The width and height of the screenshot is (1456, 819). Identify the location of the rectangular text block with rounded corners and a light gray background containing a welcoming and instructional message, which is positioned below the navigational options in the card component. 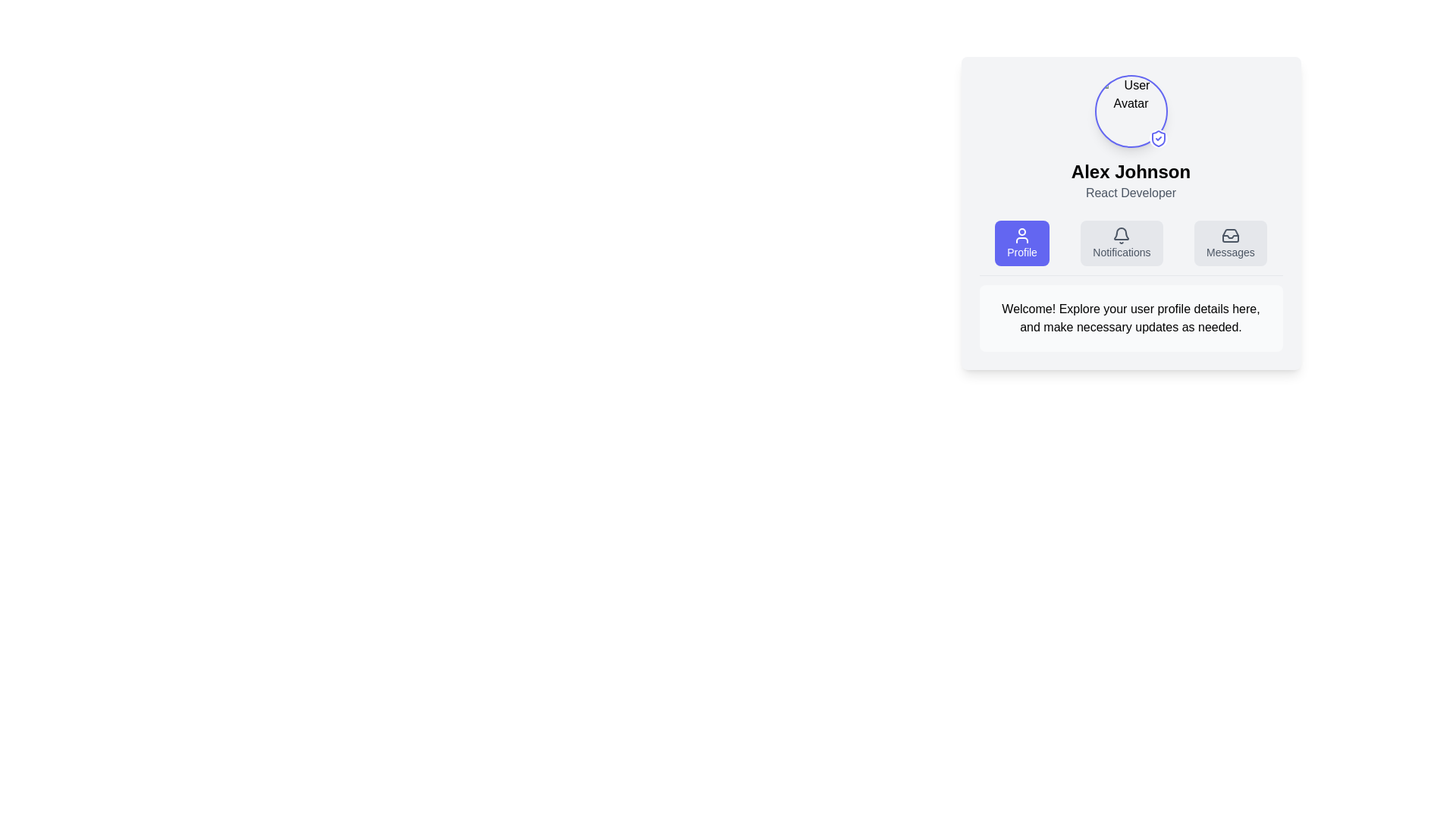
(1131, 318).